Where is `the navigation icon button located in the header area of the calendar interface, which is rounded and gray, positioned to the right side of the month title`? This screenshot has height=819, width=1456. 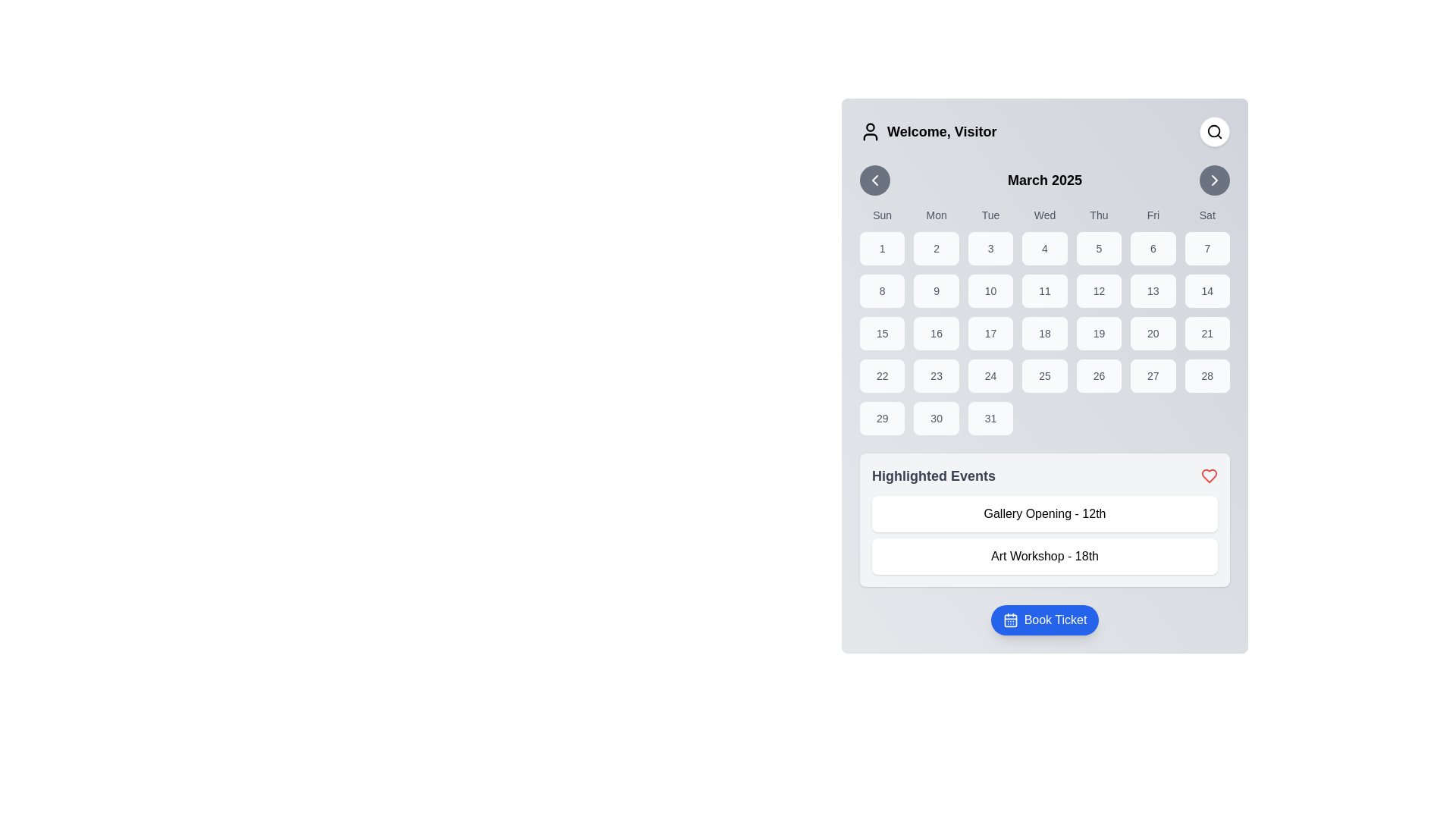
the navigation icon button located in the header area of the calendar interface, which is rounded and gray, positioned to the right side of the month title is located at coordinates (1215, 180).